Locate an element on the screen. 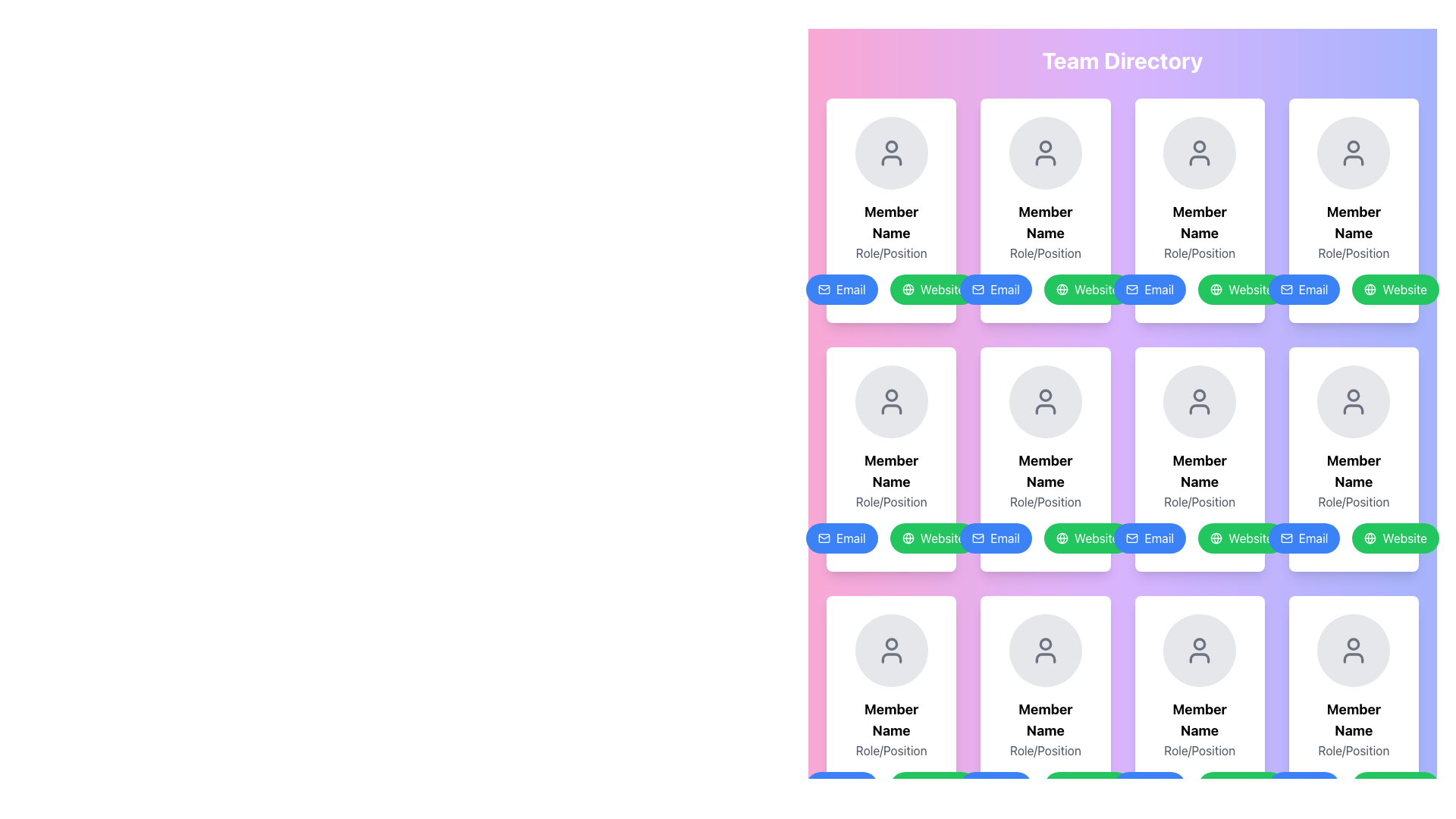 The image size is (1456, 819). the green 'Website' button located at the bottom center of the member's profile card to visit the member's website is located at coordinates (891, 786).